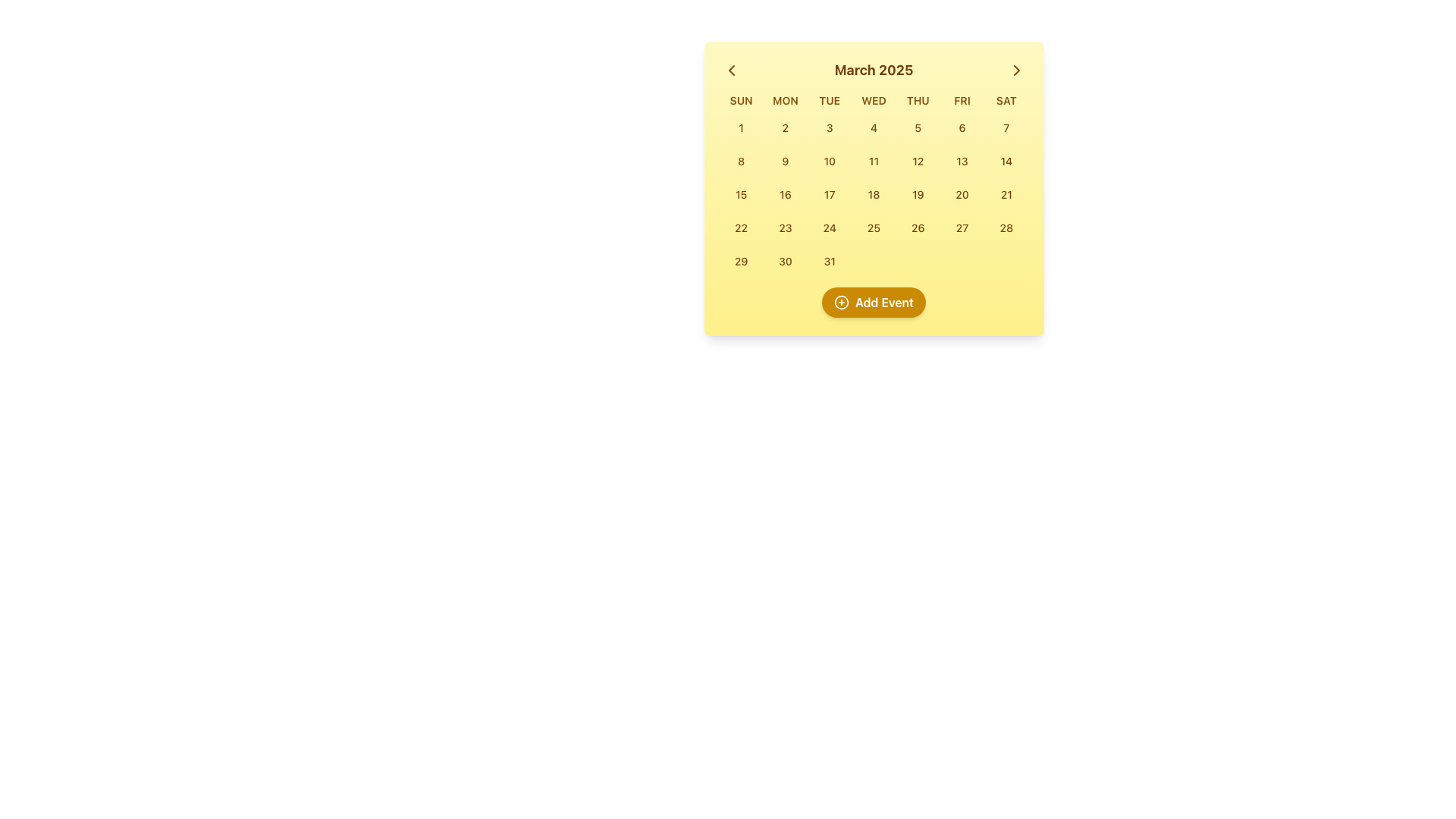 This screenshot has height=819, width=1456. I want to click on the calendar date cell representing the second day of March 2025, located under the Monday header in the calendar grid, so click(785, 127).